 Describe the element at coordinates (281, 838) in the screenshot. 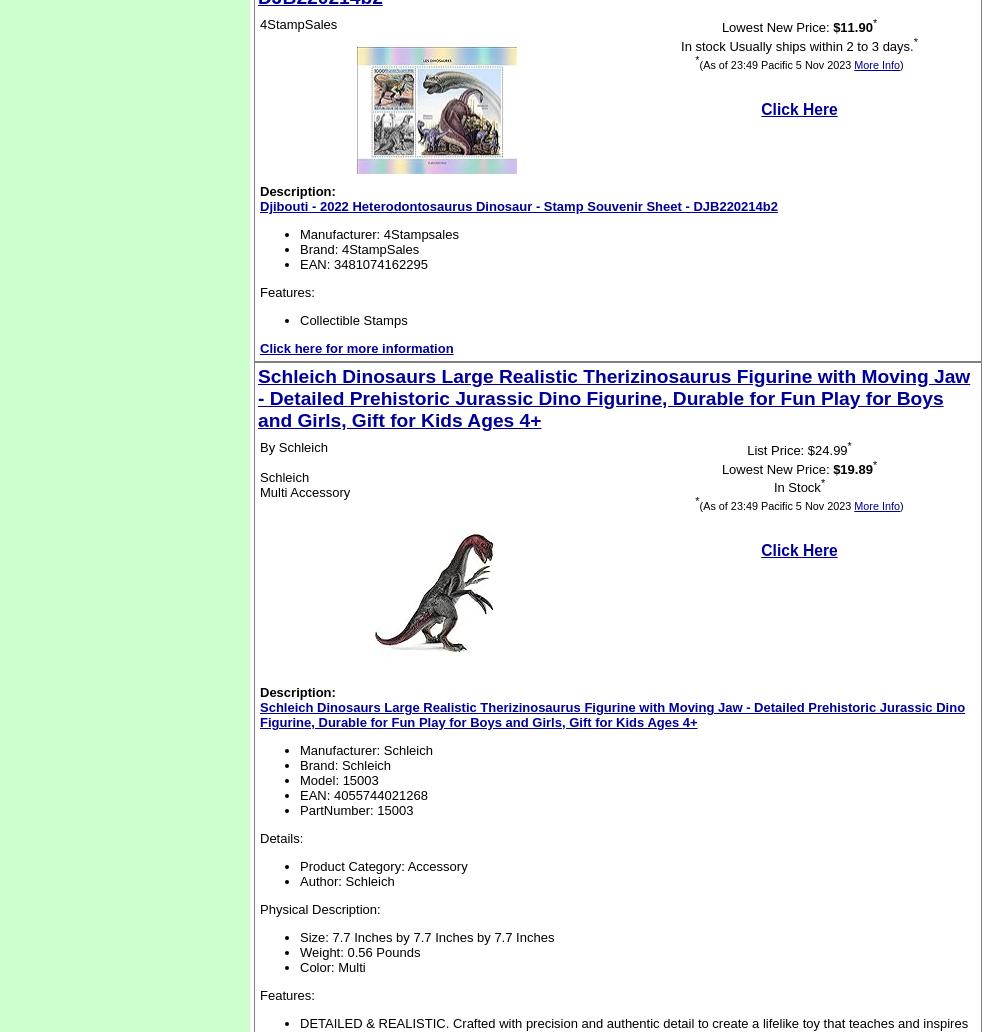

I see `'Details:'` at that location.